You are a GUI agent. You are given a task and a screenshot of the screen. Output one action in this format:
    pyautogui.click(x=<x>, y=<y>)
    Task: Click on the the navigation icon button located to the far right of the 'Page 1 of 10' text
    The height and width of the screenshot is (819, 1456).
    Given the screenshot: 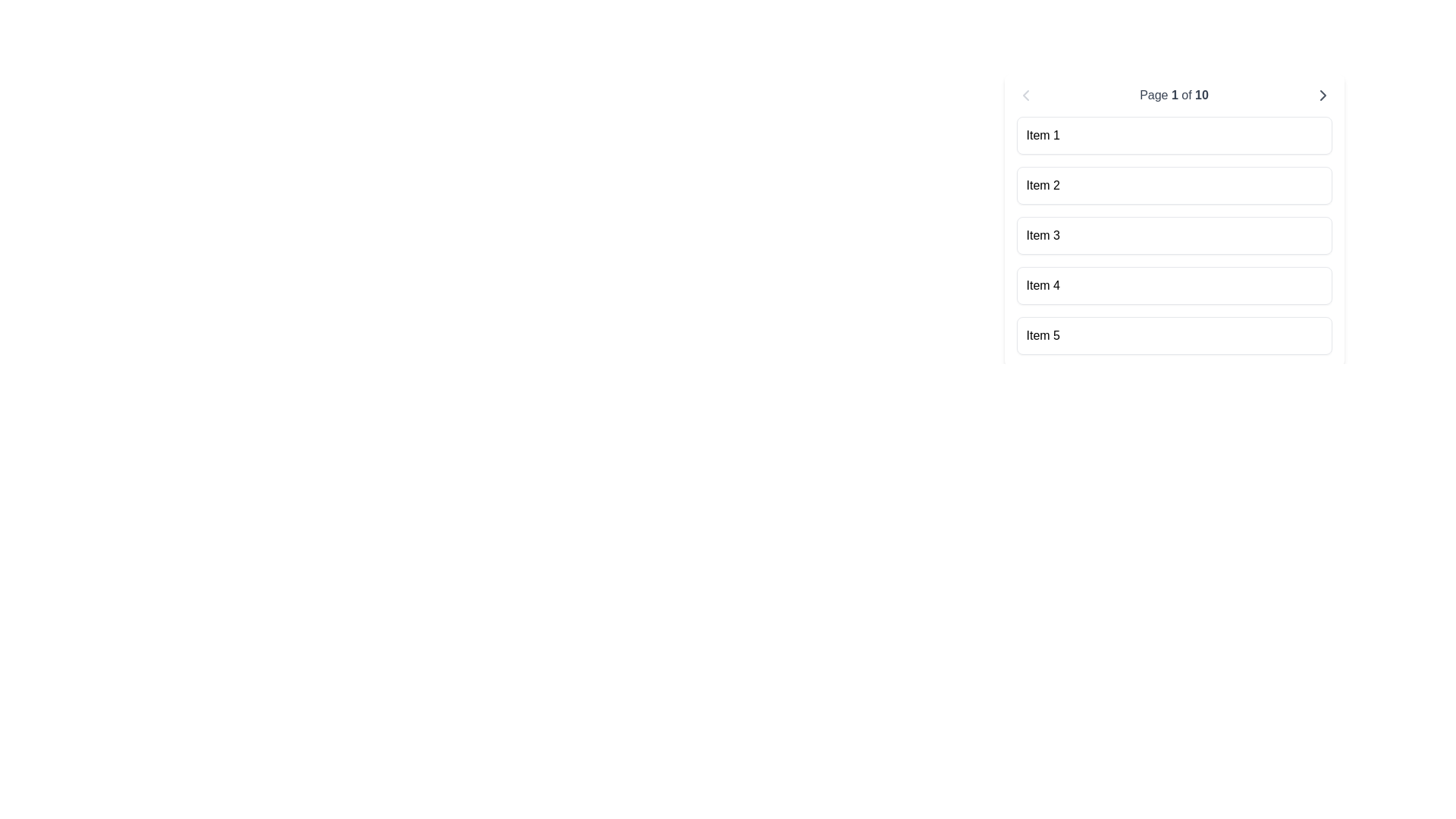 What is the action you would take?
    pyautogui.click(x=1322, y=96)
    